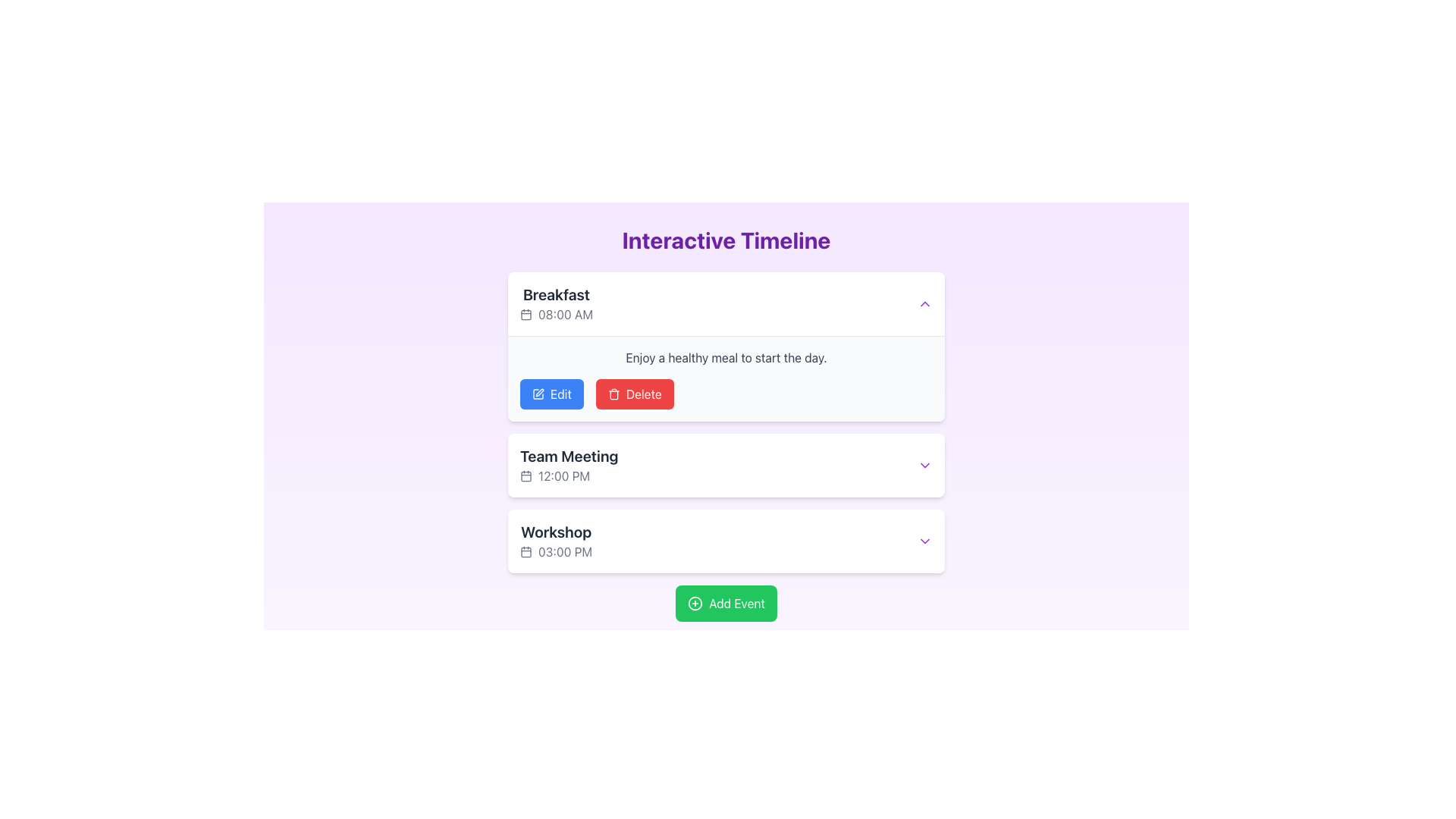 This screenshot has height=819, width=1456. What do you see at coordinates (526, 475) in the screenshot?
I see `the calendar icon associated with the 'Team Meeting' entry in the timeline, positioned to the left of the entry's time information ('12:00 PM')` at bounding box center [526, 475].